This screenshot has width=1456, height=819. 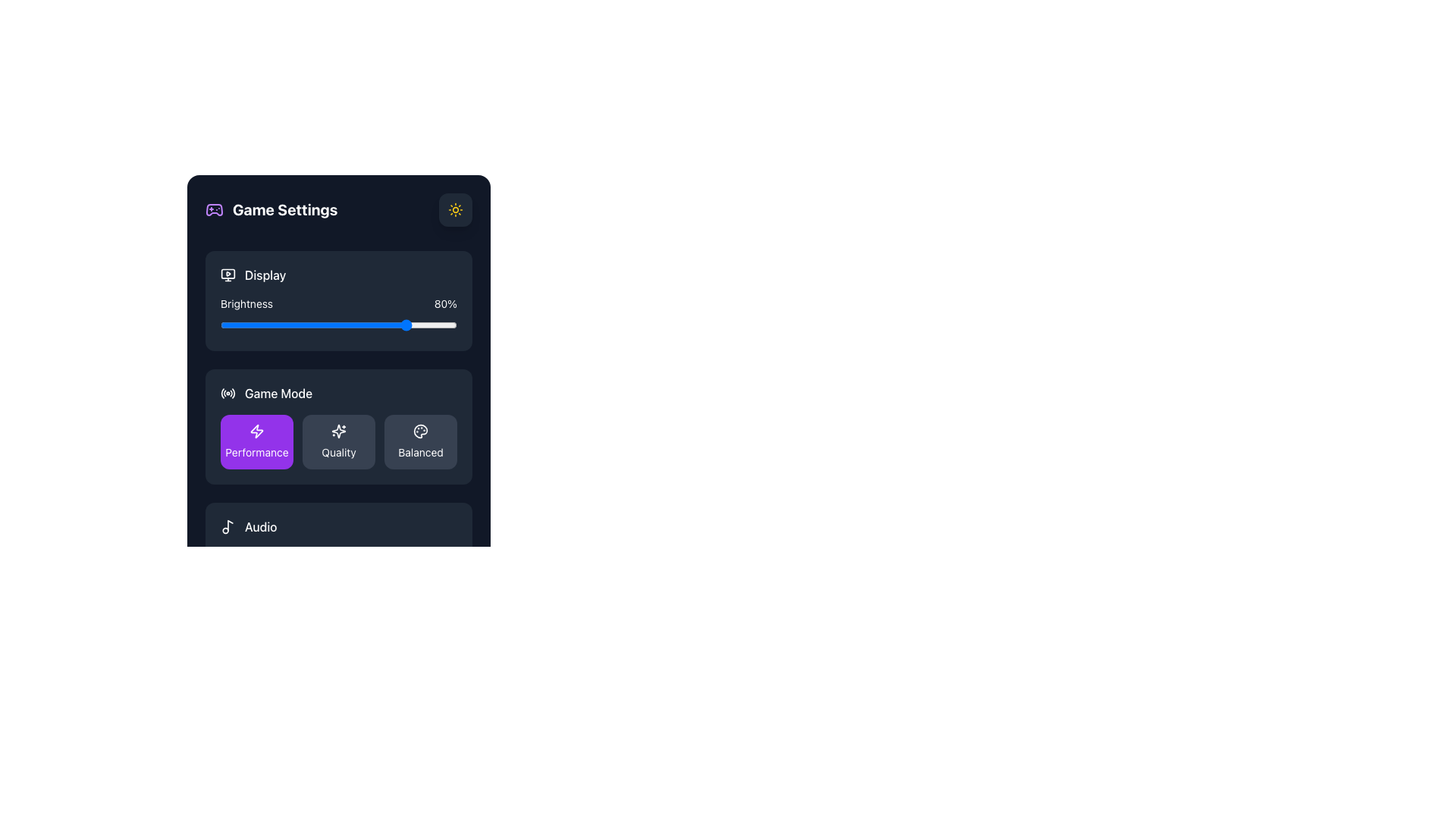 What do you see at coordinates (376, 324) in the screenshot?
I see `brightness level` at bounding box center [376, 324].